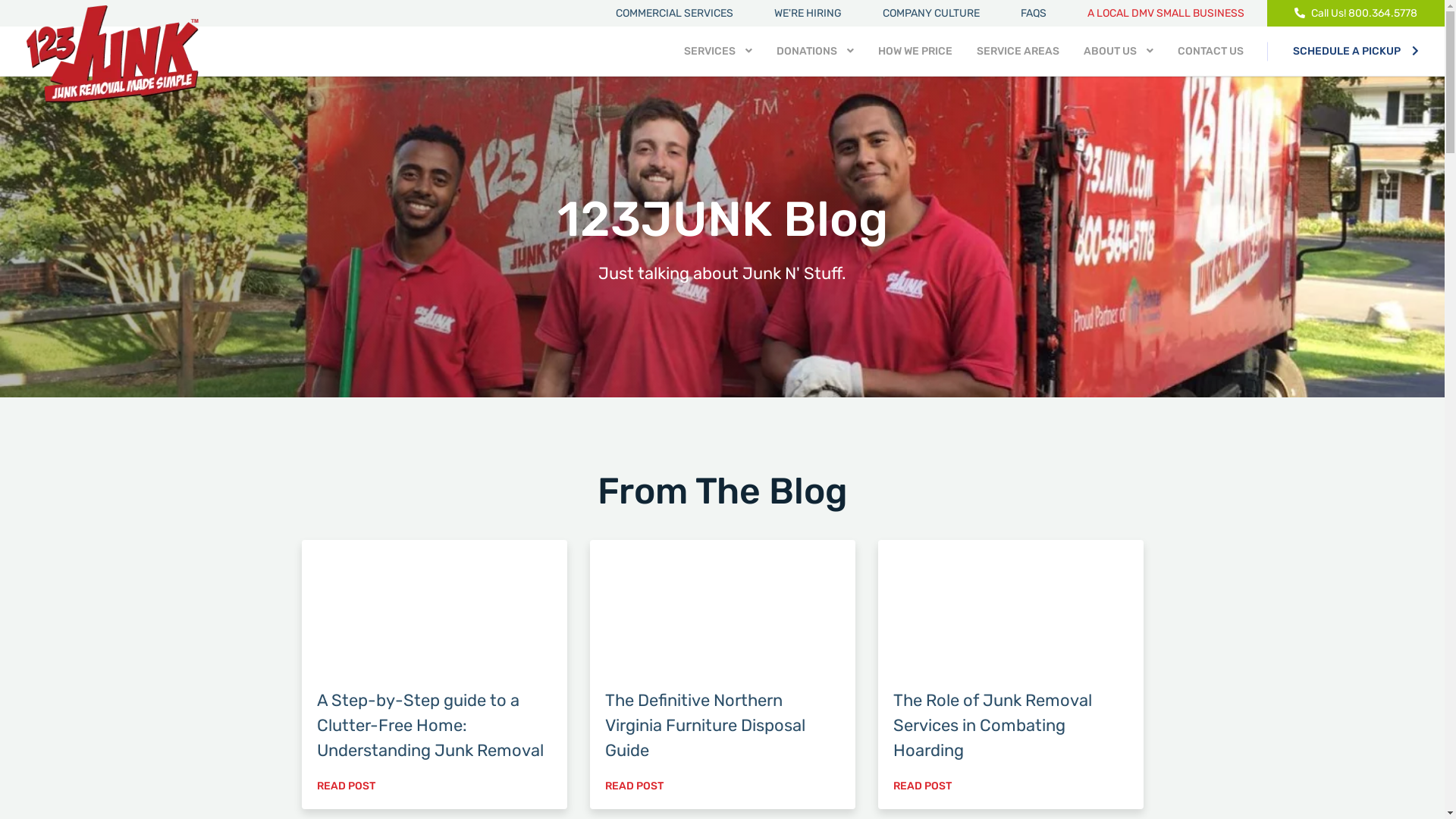 This screenshot has width=1456, height=819. Describe the element at coordinates (930, 13) in the screenshot. I see `'COMPANY CULTURE'` at that location.